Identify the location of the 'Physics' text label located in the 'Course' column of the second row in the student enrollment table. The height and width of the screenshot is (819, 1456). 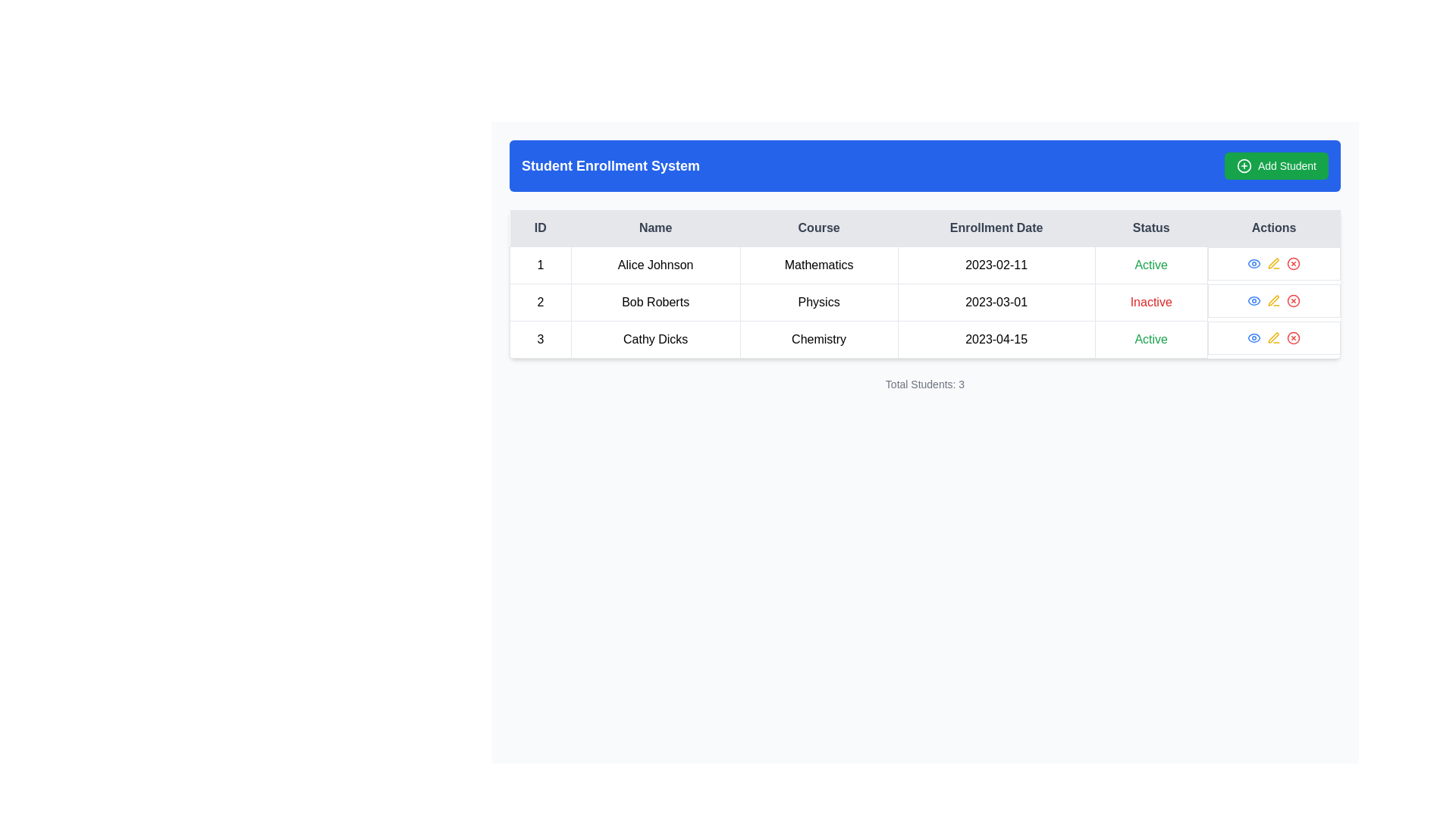
(818, 302).